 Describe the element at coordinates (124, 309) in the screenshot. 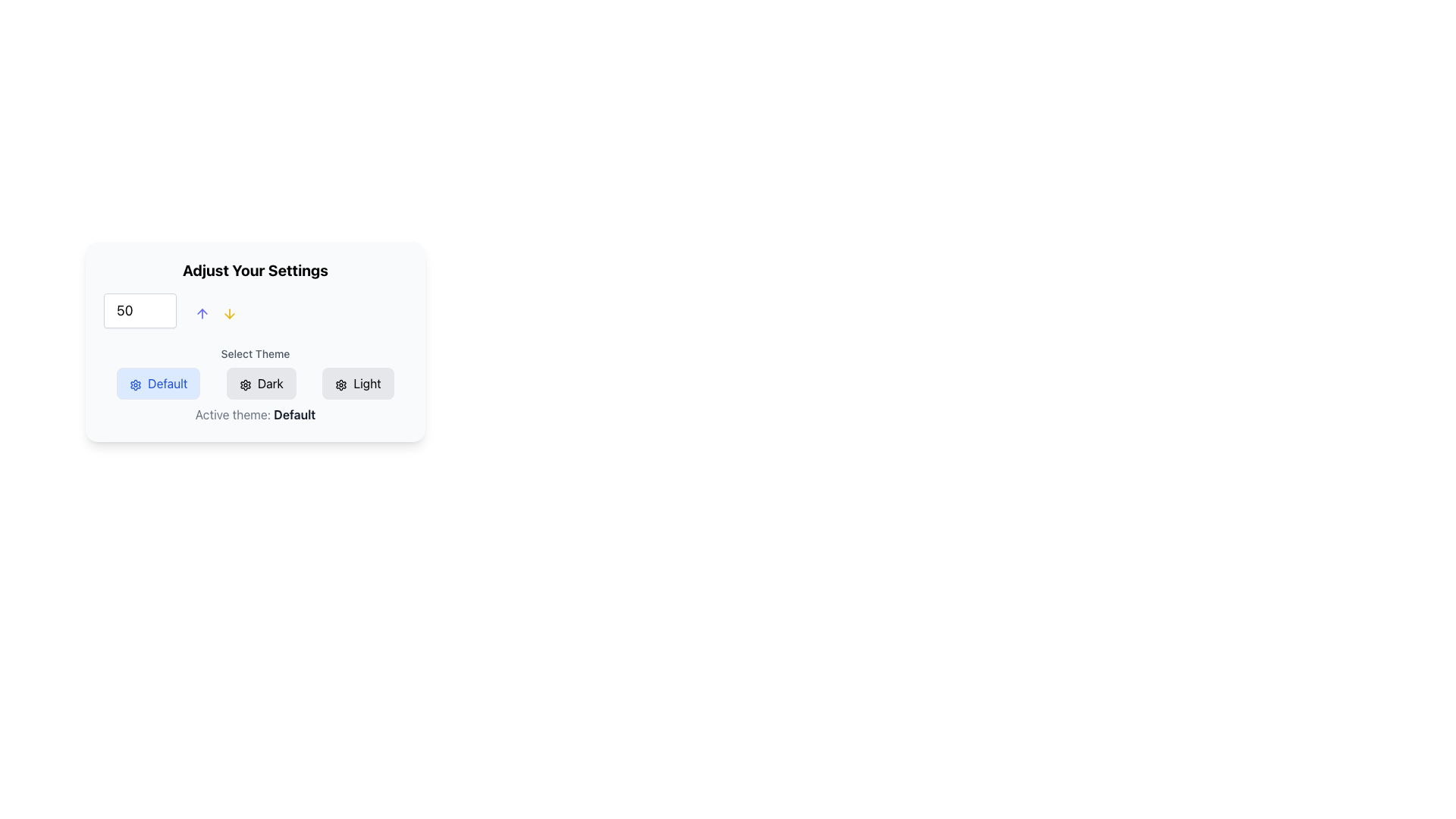

I see `the numeric value display element` at that location.